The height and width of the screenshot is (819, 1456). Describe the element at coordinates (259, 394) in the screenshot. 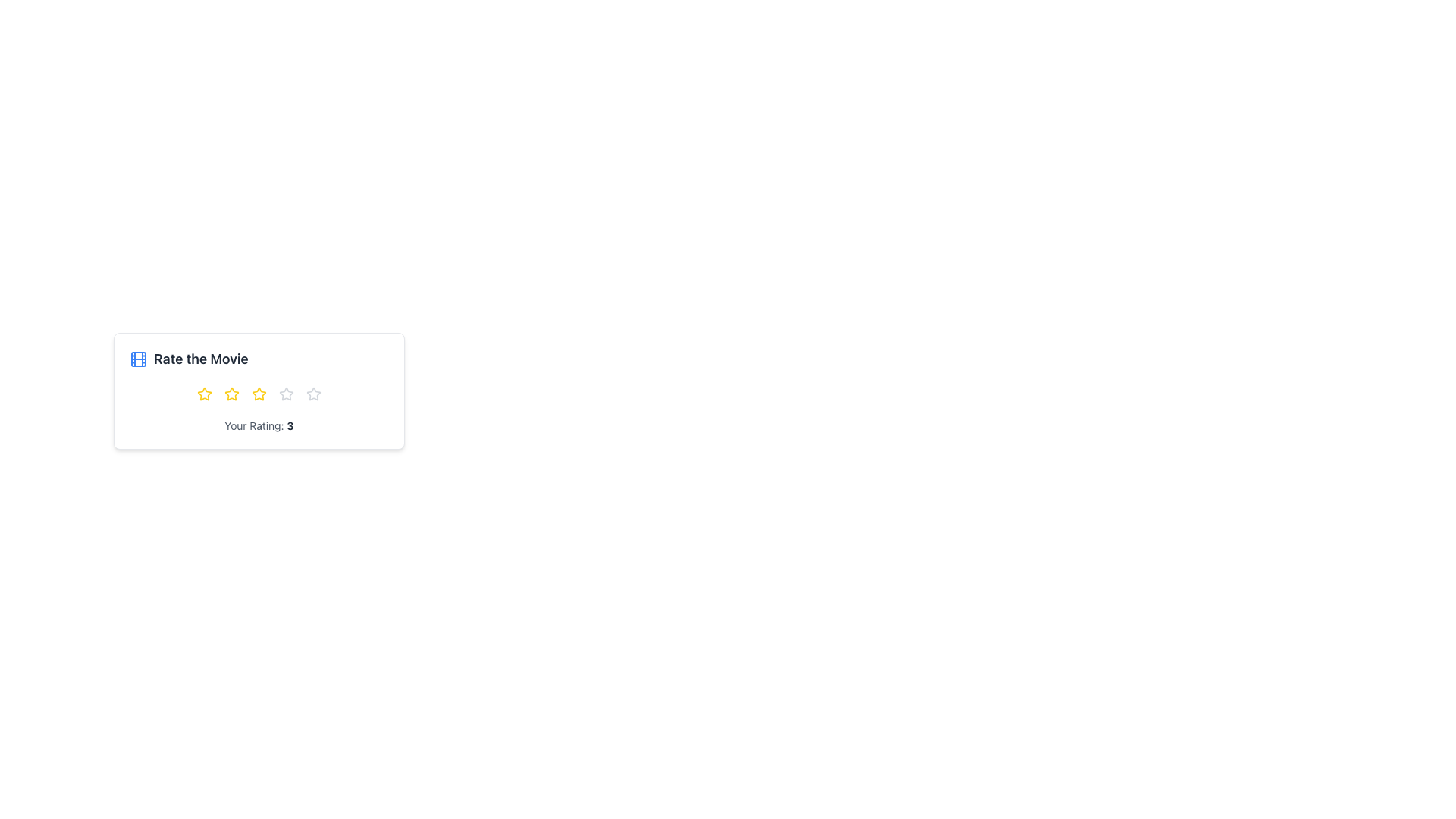

I see `the star rating control located in the 'Rate the Movie' card, specifically targeting the highlighted third star` at that location.